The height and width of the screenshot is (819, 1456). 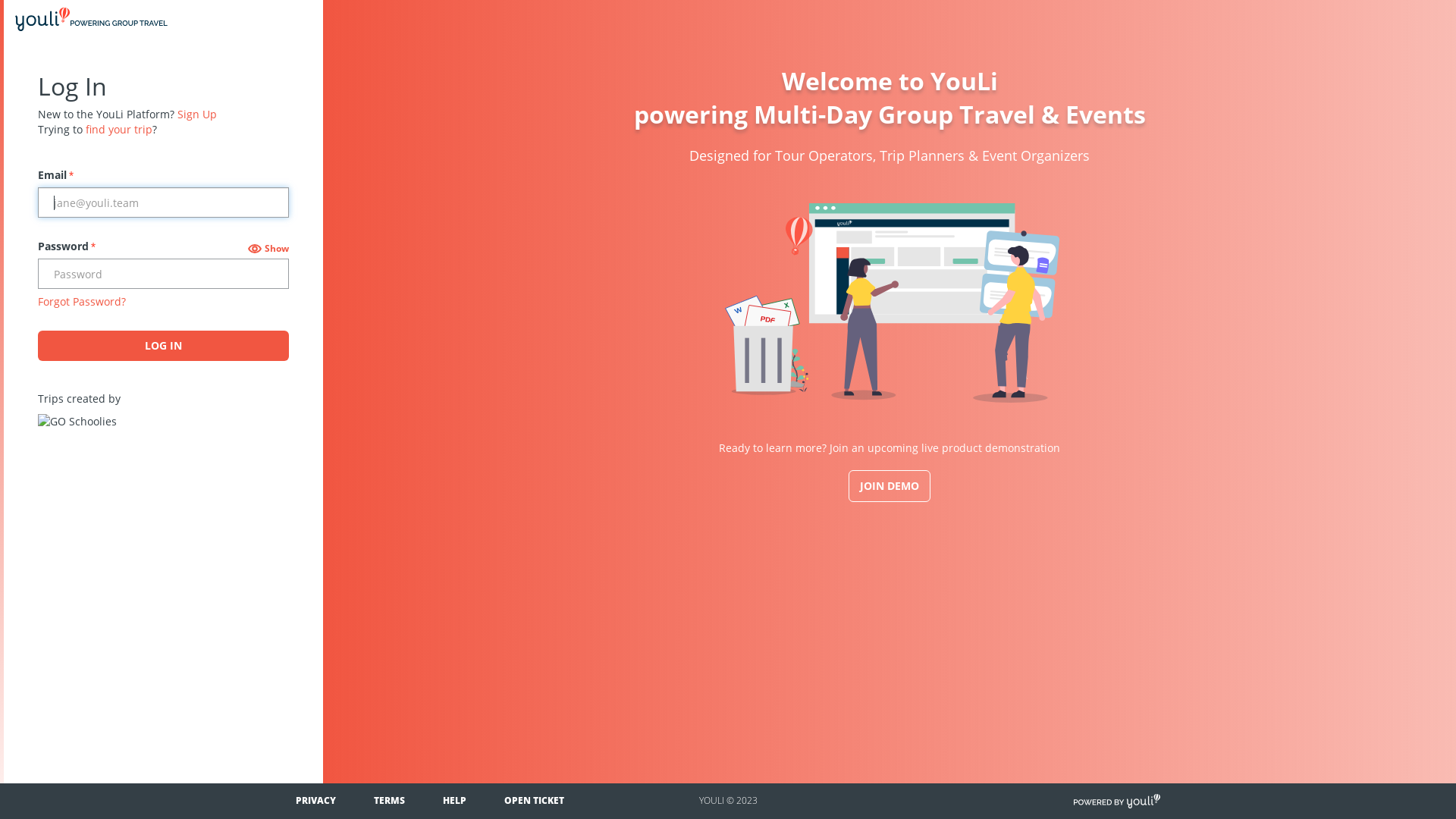 What do you see at coordinates (534, 799) in the screenshot?
I see `'OPEN TICKET'` at bounding box center [534, 799].